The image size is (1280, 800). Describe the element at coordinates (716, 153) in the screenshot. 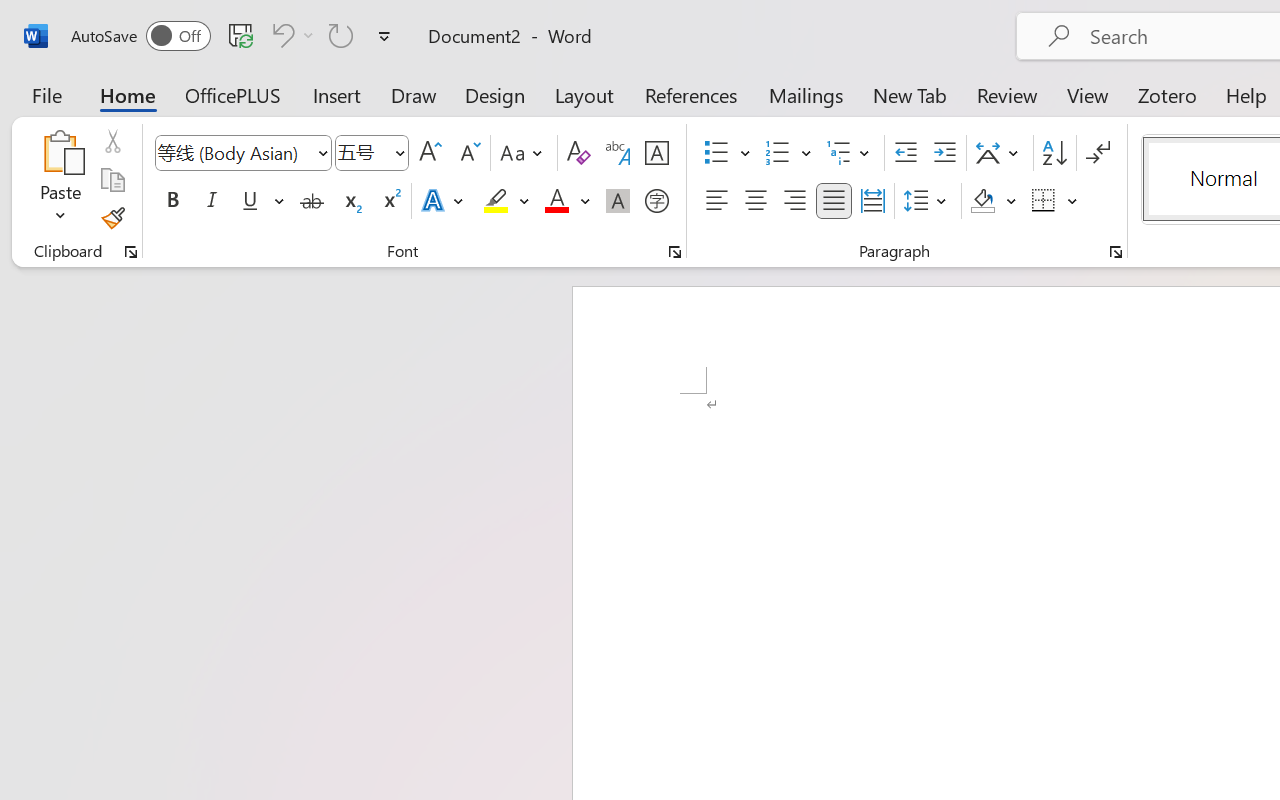

I see `'Bullets'` at that location.